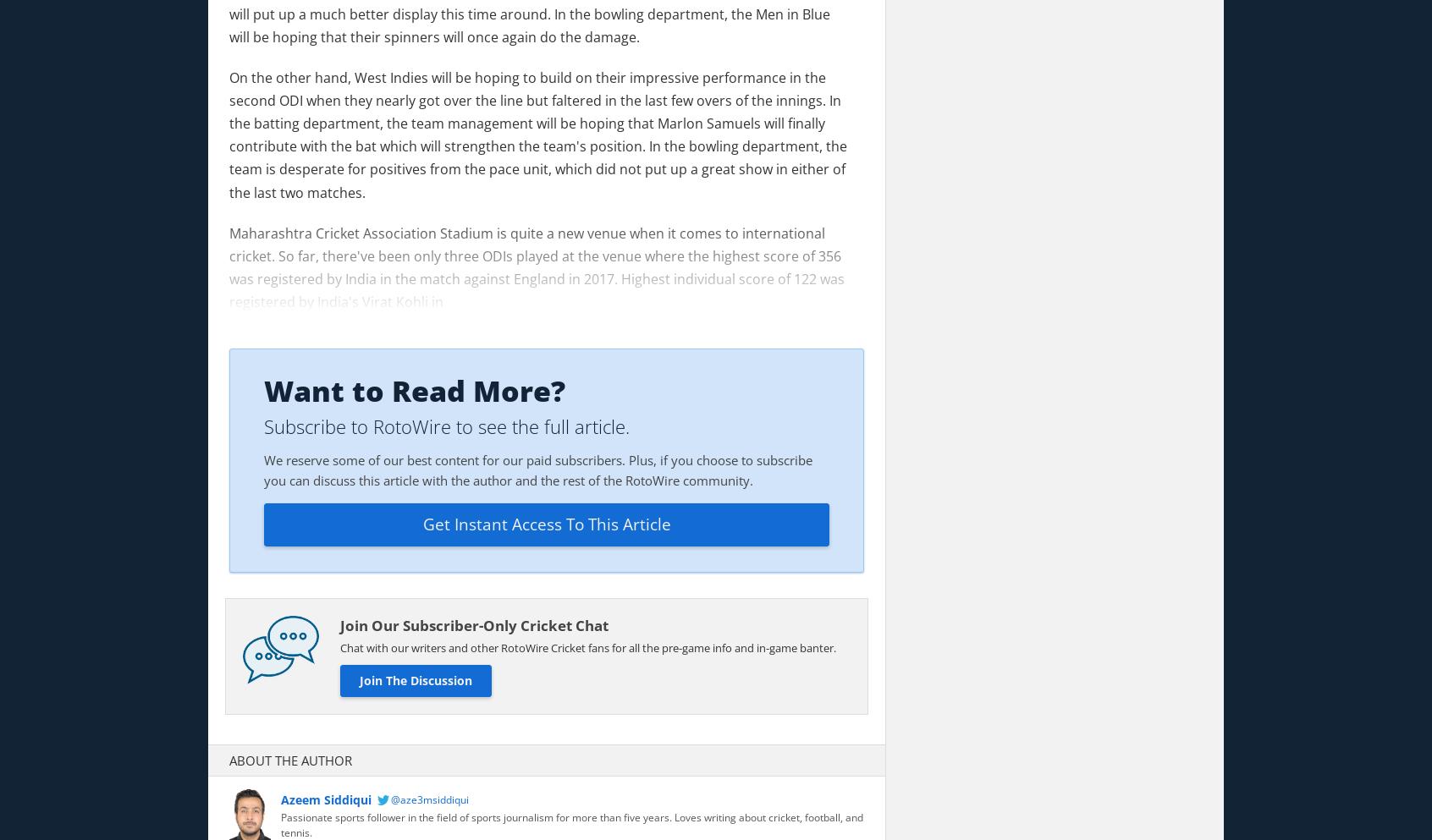 This screenshot has height=840, width=1432. Describe the element at coordinates (229, 759) in the screenshot. I see `'ABOUT THE AUTHOR'` at that location.